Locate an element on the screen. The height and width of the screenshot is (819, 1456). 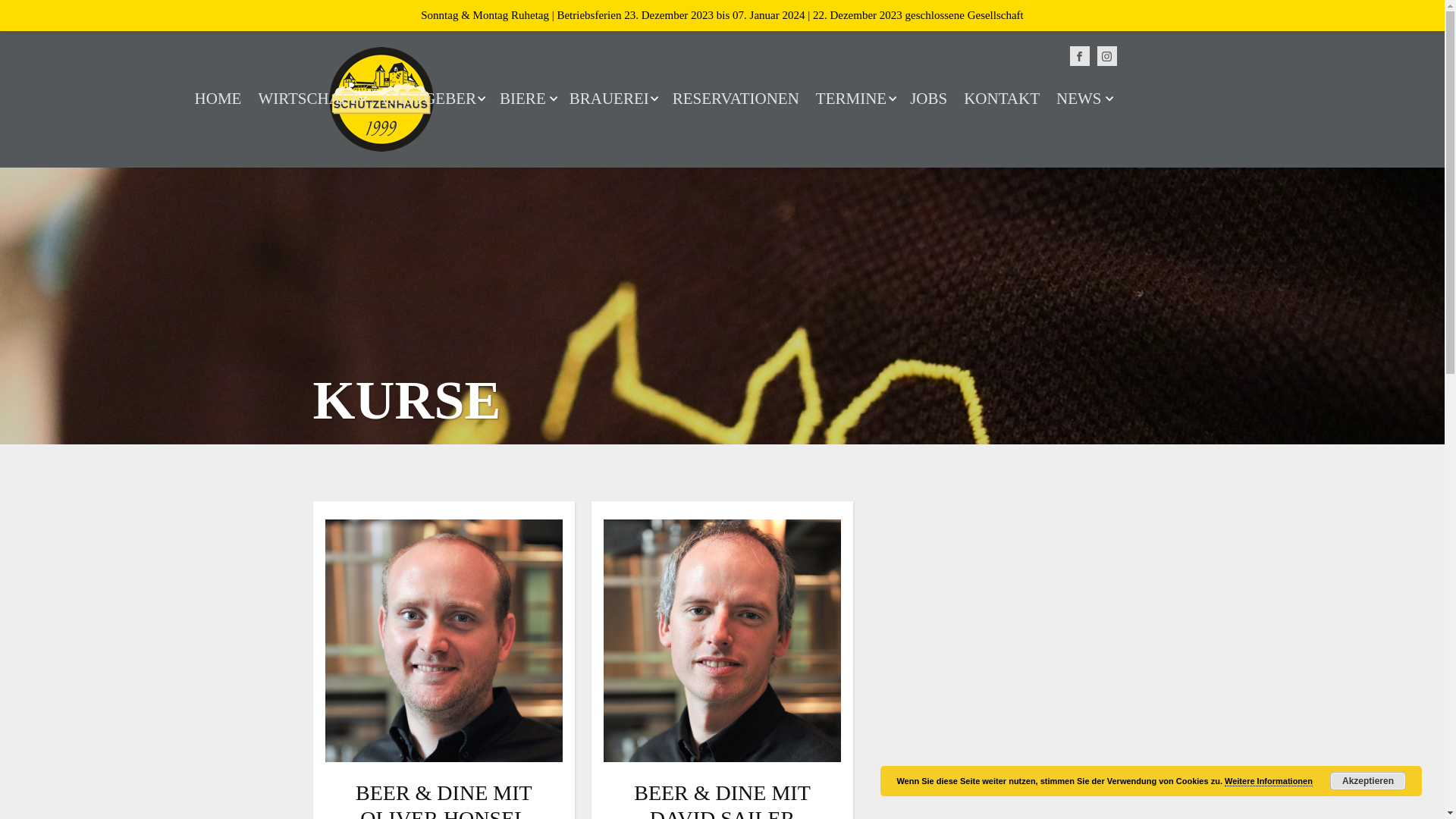
'BRAUEREI' is located at coordinates (612, 99).